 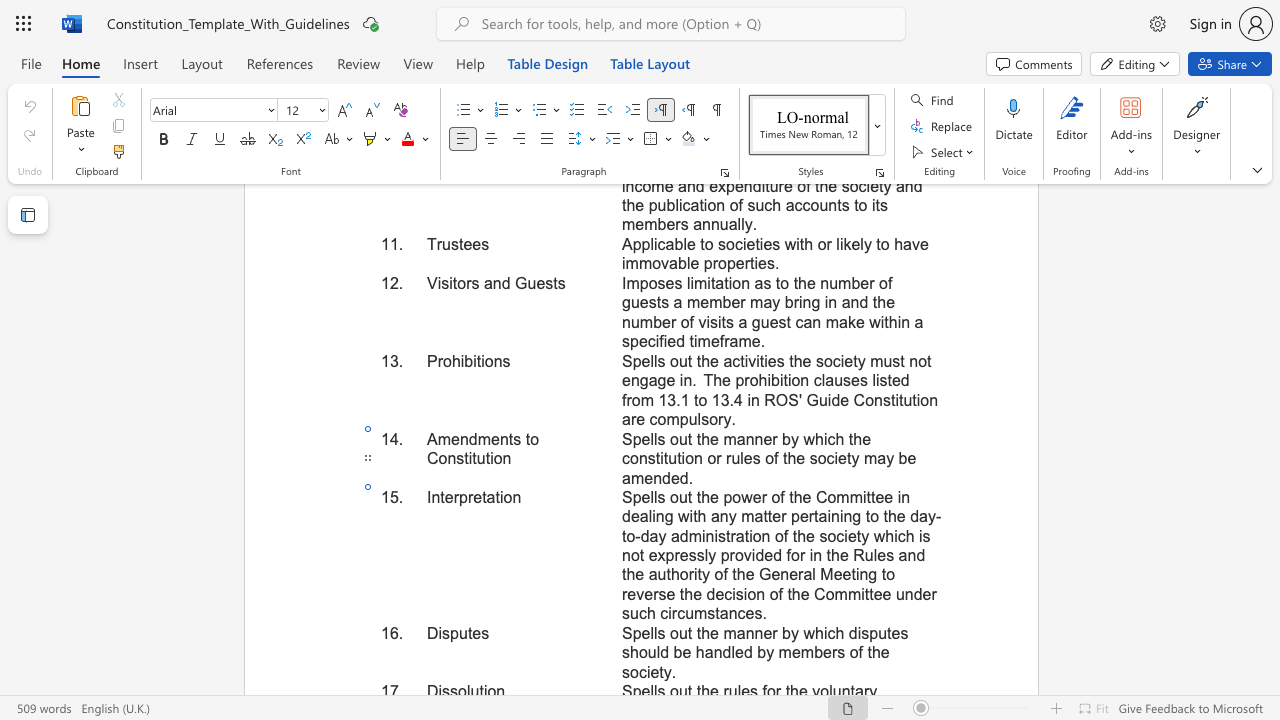 What do you see at coordinates (674, 438) in the screenshot?
I see `the 1th character "o" in the text` at bounding box center [674, 438].